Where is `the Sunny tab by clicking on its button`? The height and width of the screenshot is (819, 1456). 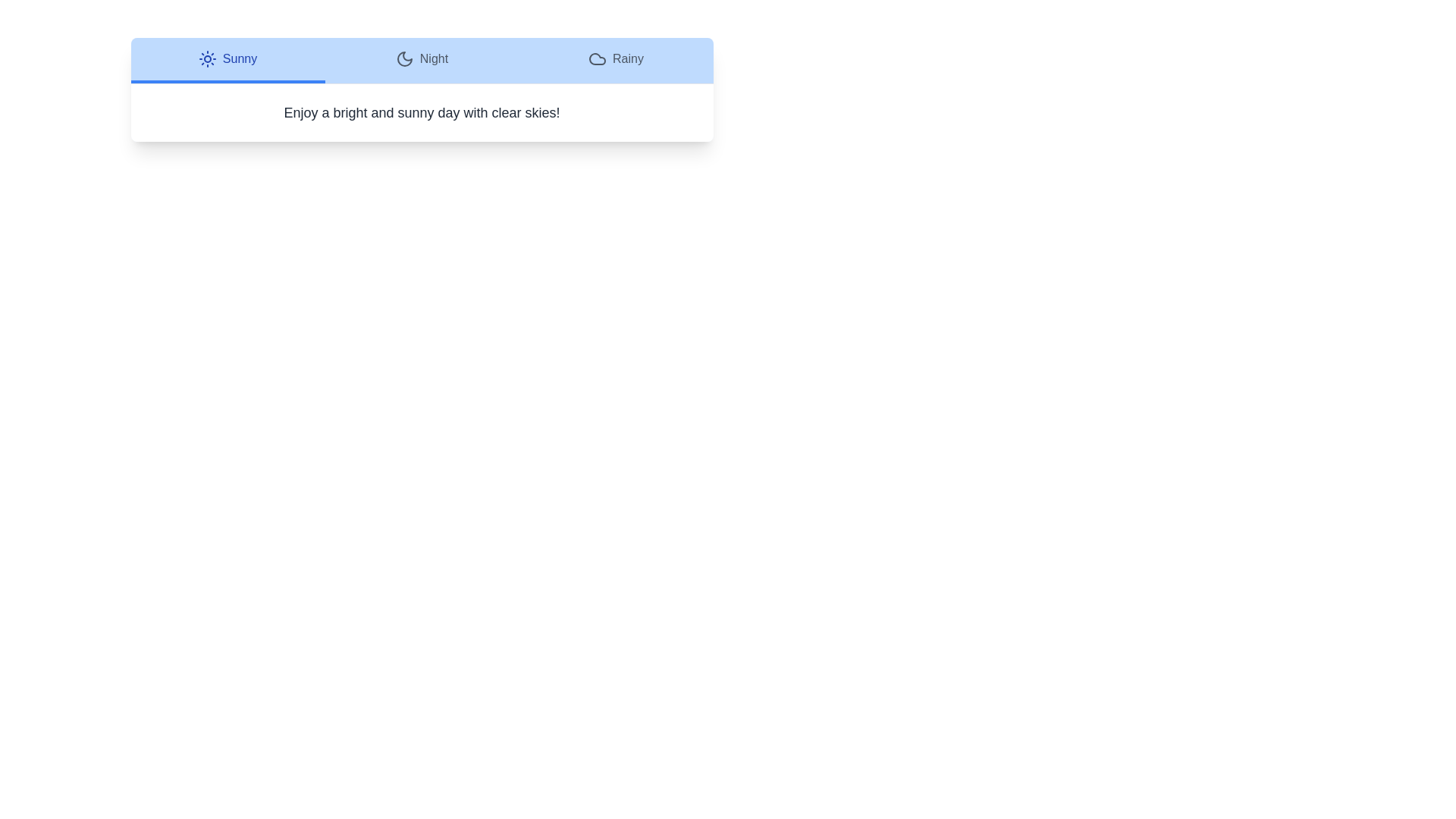 the Sunny tab by clicking on its button is located at coordinates (227, 60).